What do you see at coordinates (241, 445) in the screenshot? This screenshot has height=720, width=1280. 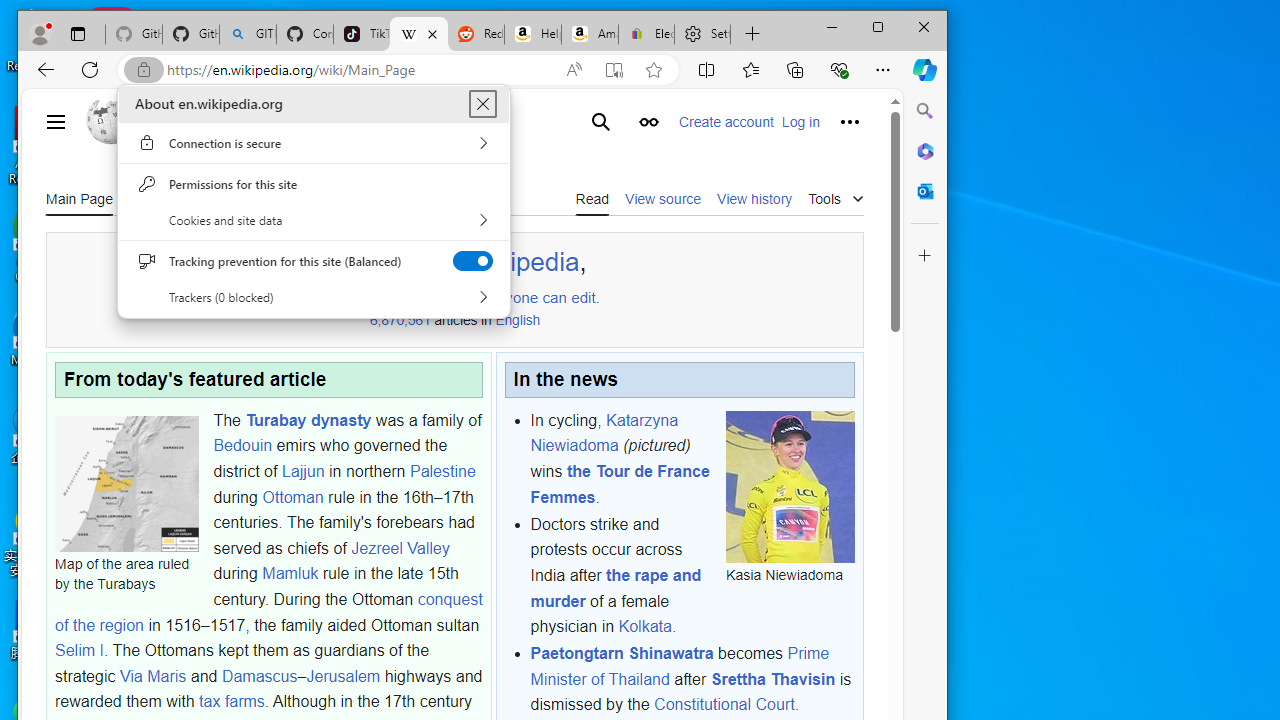 I see `'Bedouin'` at bounding box center [241, 445].